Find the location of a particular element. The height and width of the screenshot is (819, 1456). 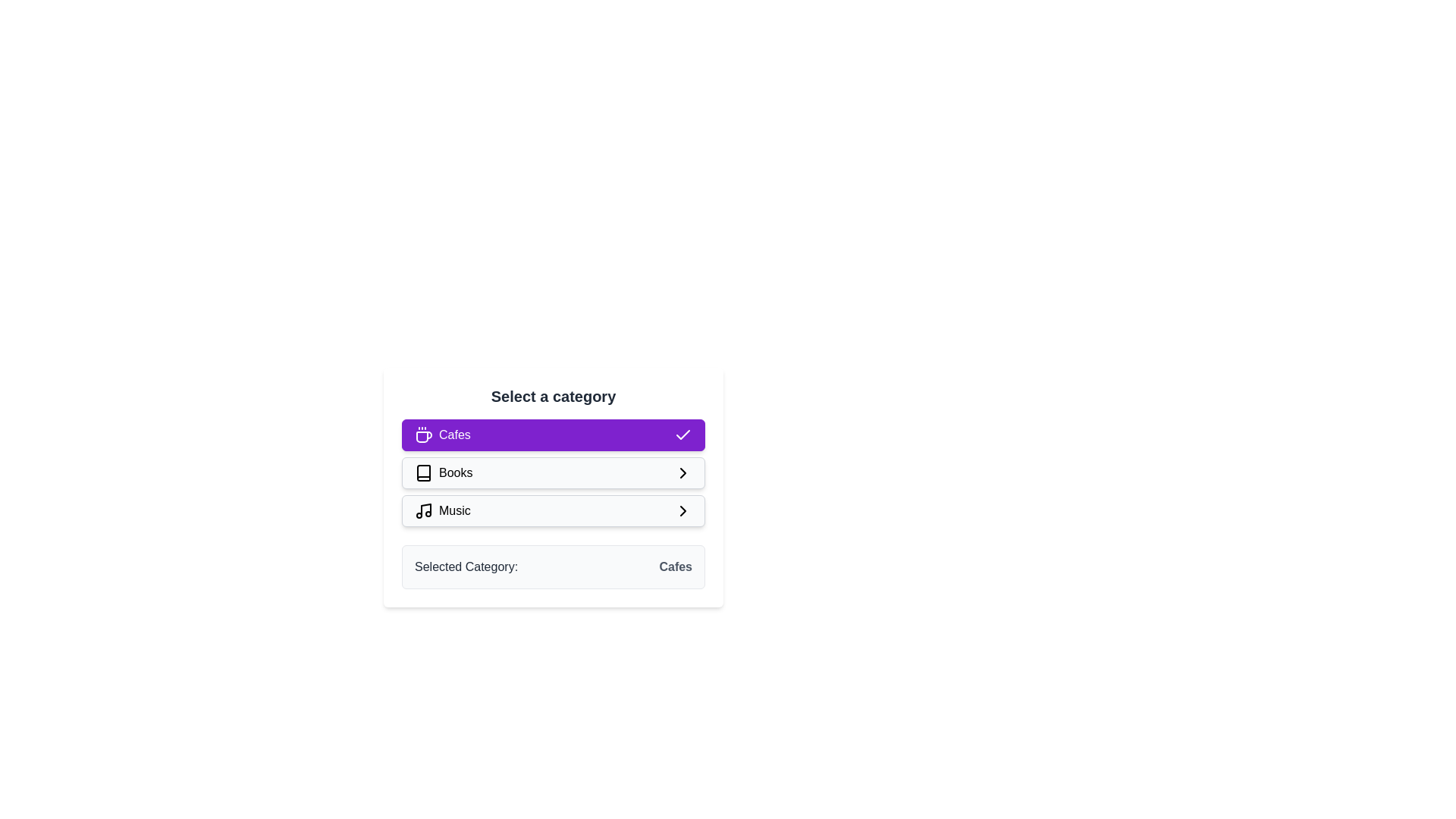

the right-facing chevron icon in the 'Books' selection row is located at coordinates (682, 472).